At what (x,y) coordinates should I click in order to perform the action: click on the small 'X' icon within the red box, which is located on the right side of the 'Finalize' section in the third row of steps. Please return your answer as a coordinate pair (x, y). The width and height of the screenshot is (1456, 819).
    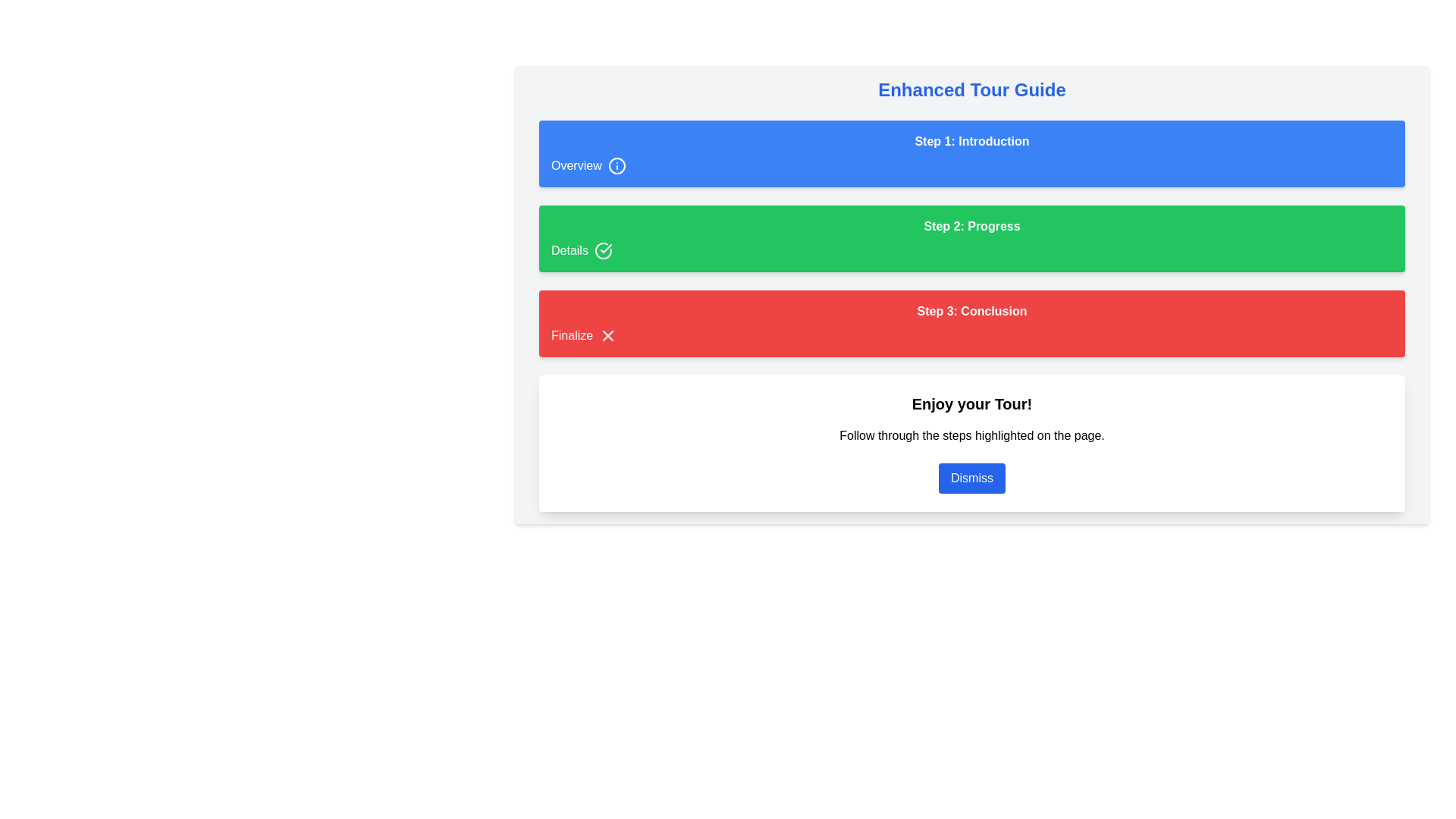
    Looking at the image, I should click on (608, 335).